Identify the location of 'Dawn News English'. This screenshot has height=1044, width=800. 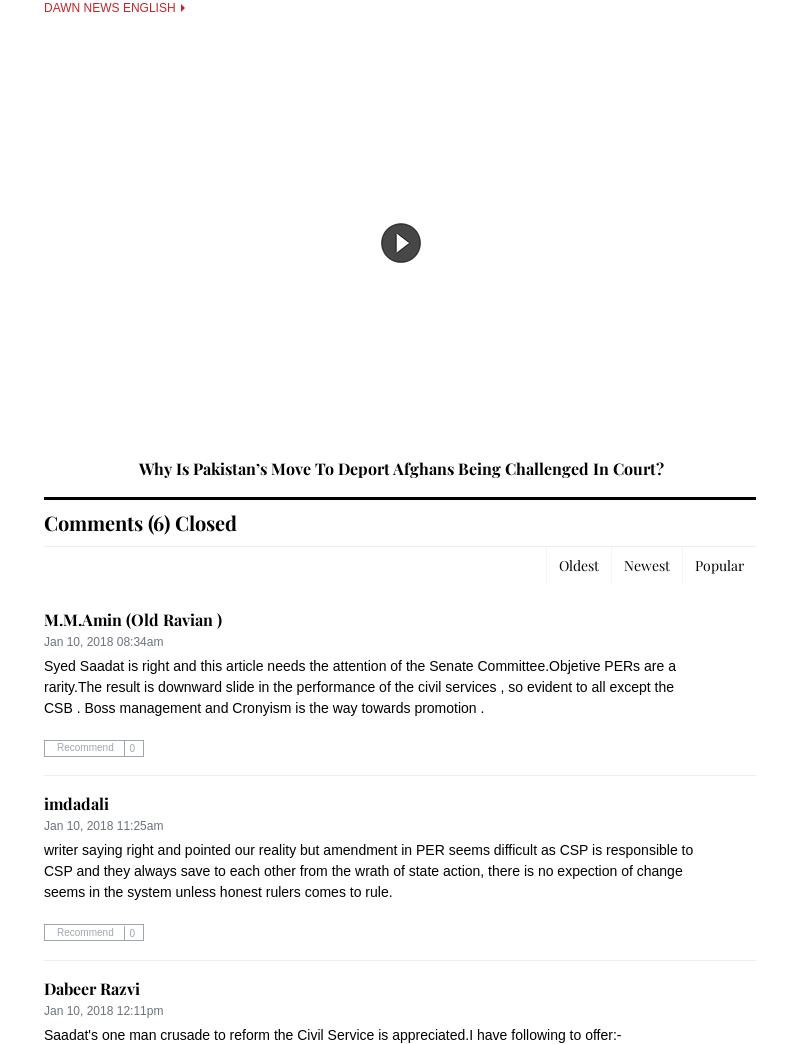
(110, 7).